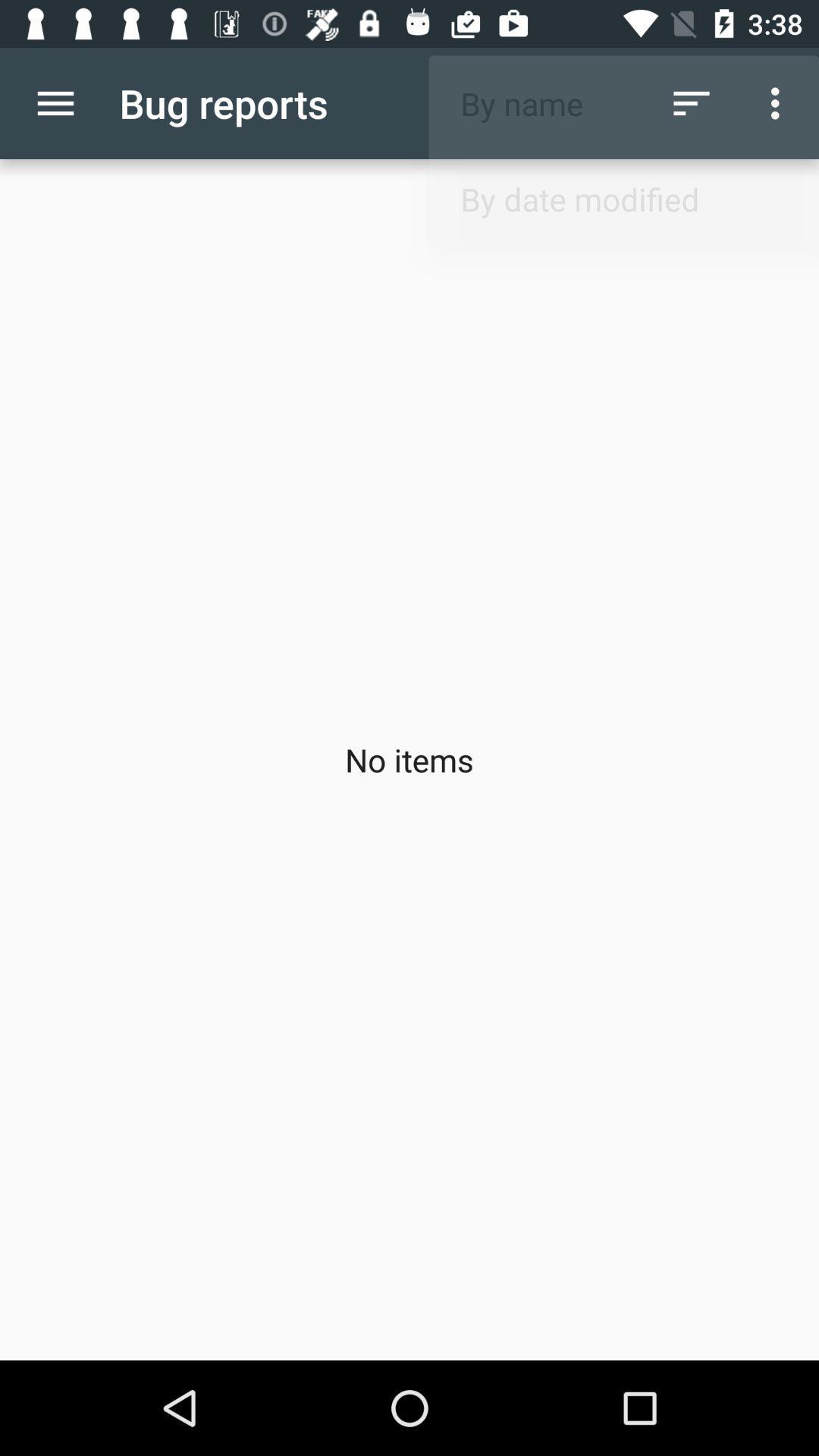 The height and width of the screenshot is (1456, 819). What do you see at coordinates (691, 102) in the screenshot?
I see `item above the no items` at bounding box center [691, 102].